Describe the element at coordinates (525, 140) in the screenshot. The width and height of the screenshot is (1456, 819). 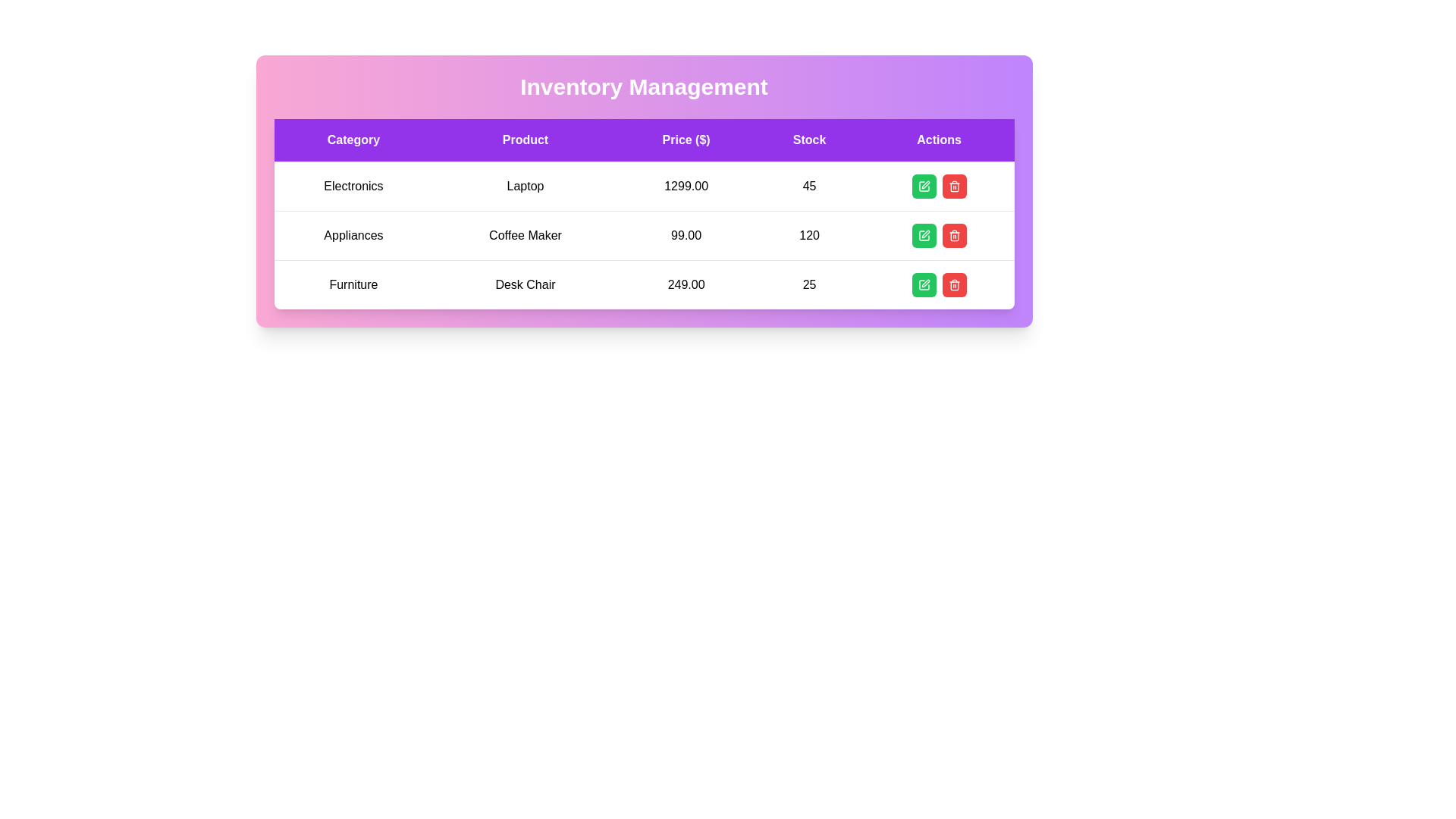
I see `the 'Product' text label, which is the second column header in a table with a purple background and white text, positioned between 'Category' and 'Price ($)'` at that location.